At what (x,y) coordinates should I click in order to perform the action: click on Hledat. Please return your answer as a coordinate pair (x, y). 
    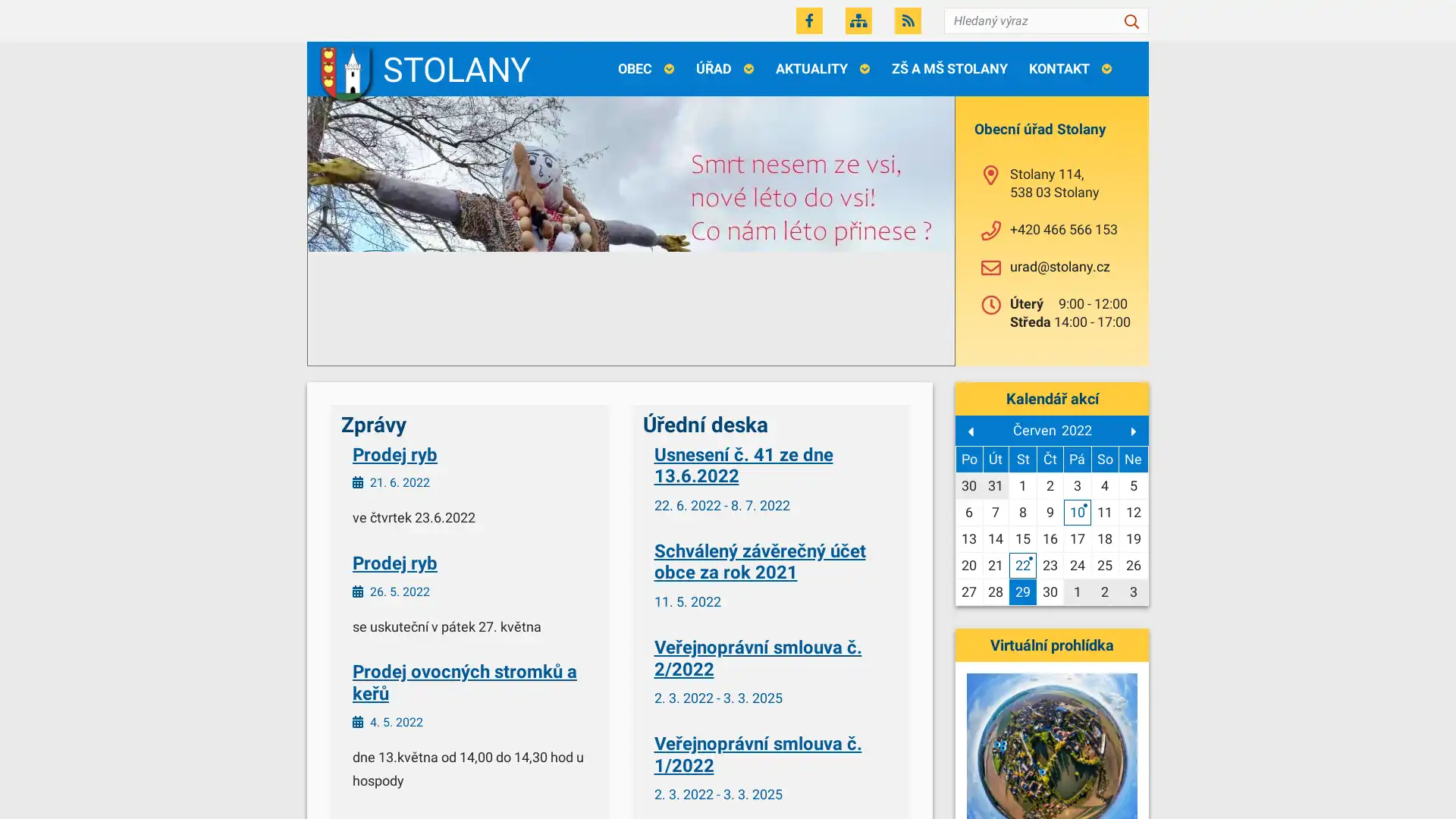
    Looking at the image, I should click on (1131, 20).